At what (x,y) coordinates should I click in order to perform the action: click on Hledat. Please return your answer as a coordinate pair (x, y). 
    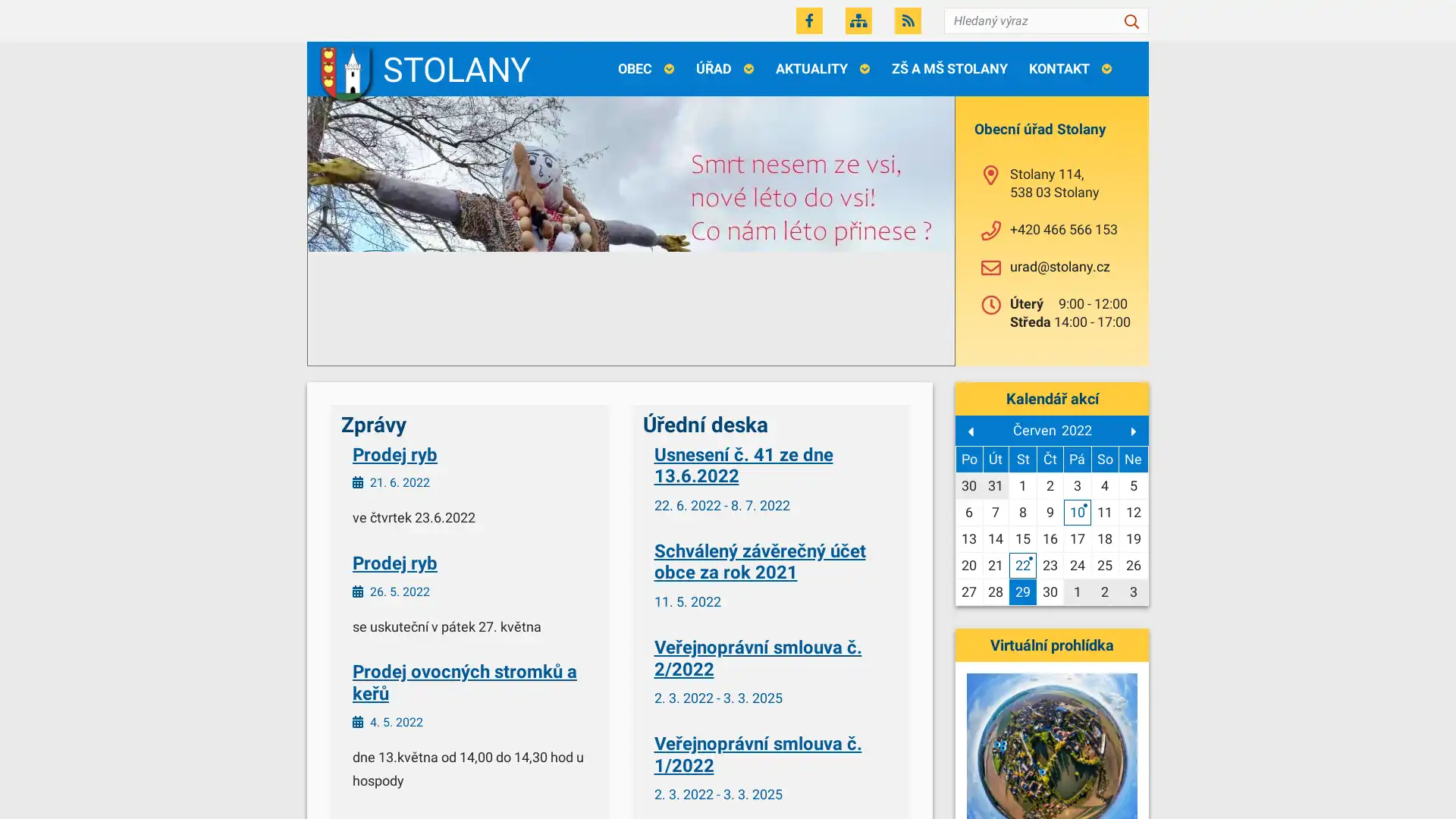
    Looking at the image, I should click on (1131, 20).